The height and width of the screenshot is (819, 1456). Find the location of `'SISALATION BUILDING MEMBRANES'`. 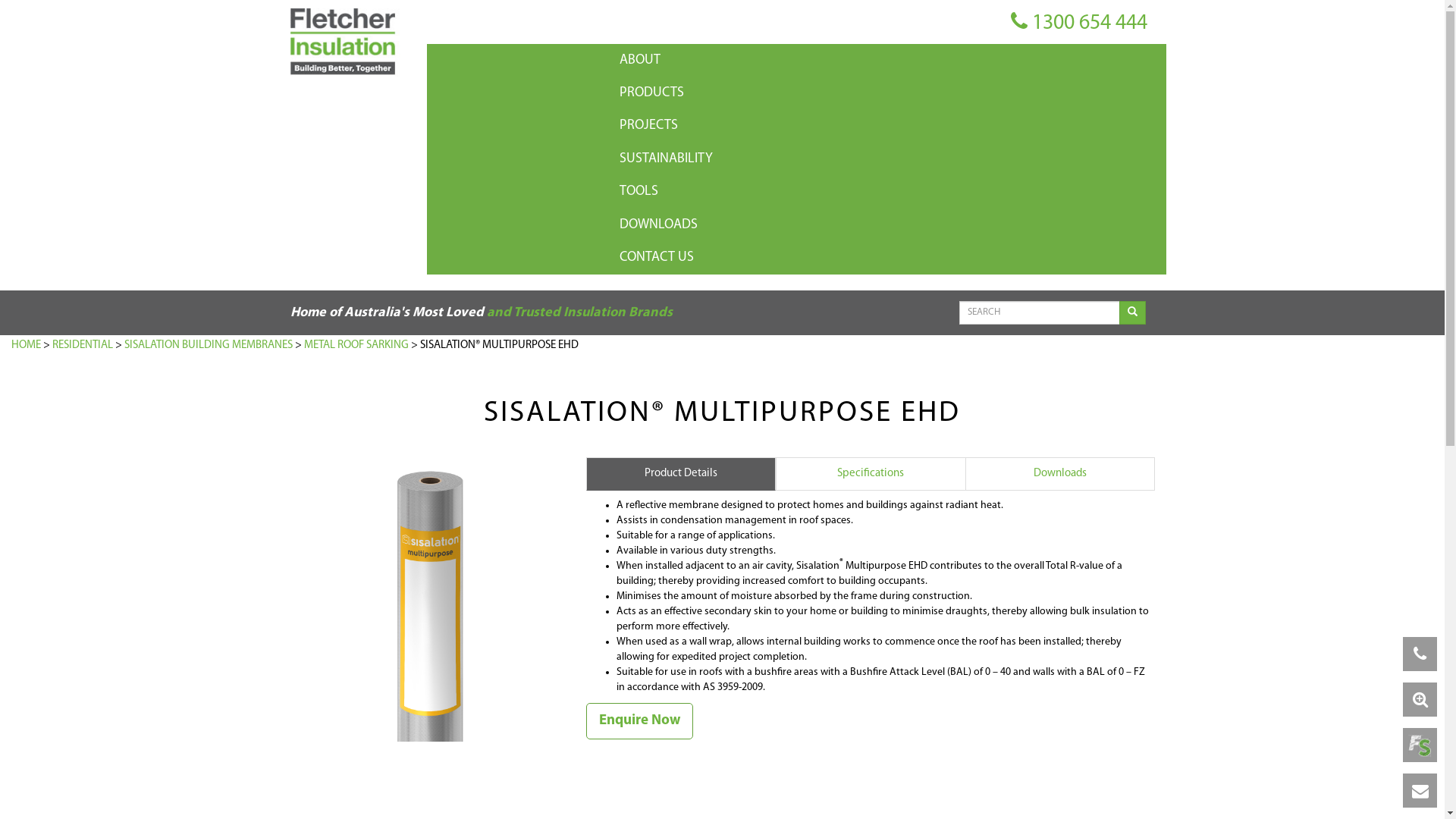

'SISALATION BUILDING MEMBRANES' is located at coordinates (207, 345).